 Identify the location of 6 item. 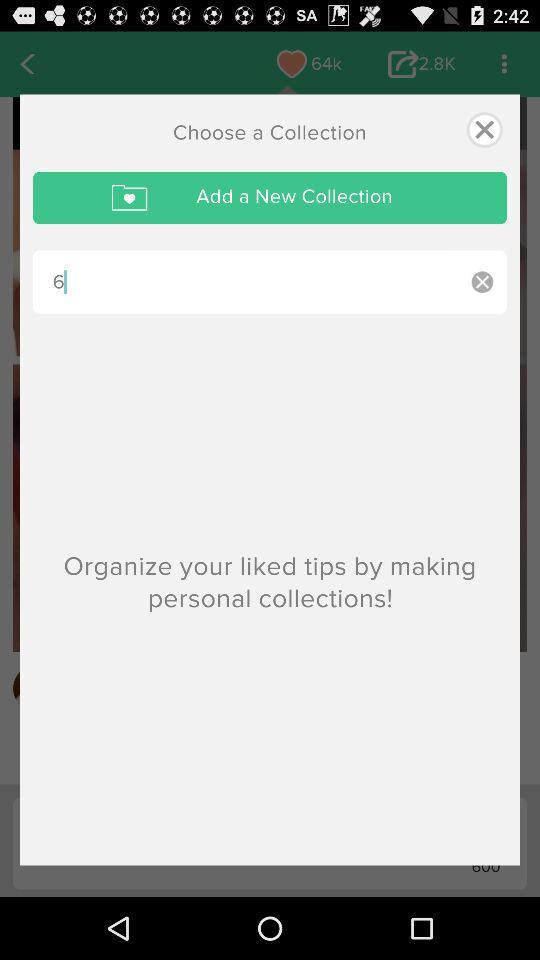
(245, 281).